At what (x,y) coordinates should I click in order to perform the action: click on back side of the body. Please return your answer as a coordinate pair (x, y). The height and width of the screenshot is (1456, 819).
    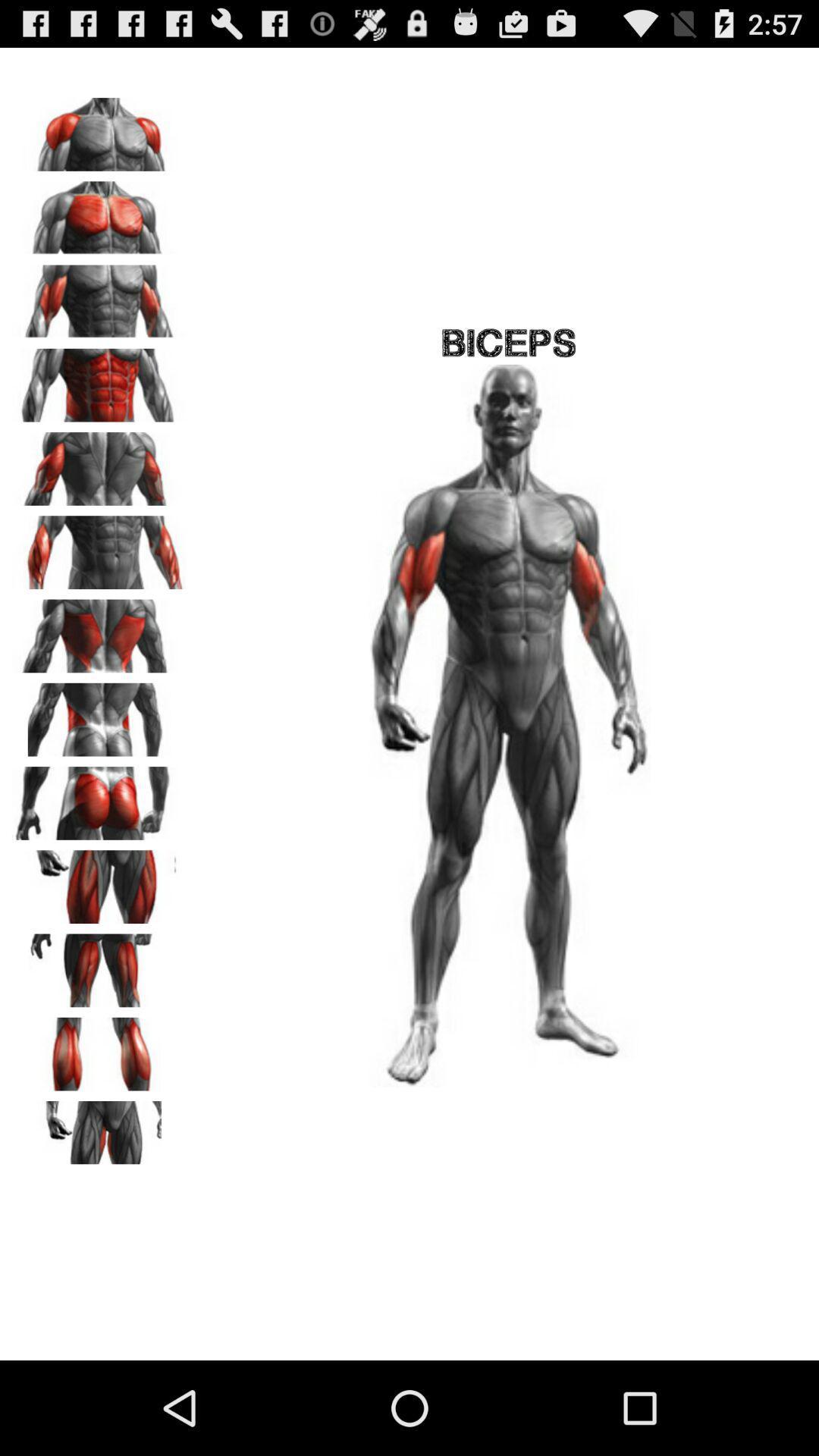
    Looking at the image, I should click on (99, 463).